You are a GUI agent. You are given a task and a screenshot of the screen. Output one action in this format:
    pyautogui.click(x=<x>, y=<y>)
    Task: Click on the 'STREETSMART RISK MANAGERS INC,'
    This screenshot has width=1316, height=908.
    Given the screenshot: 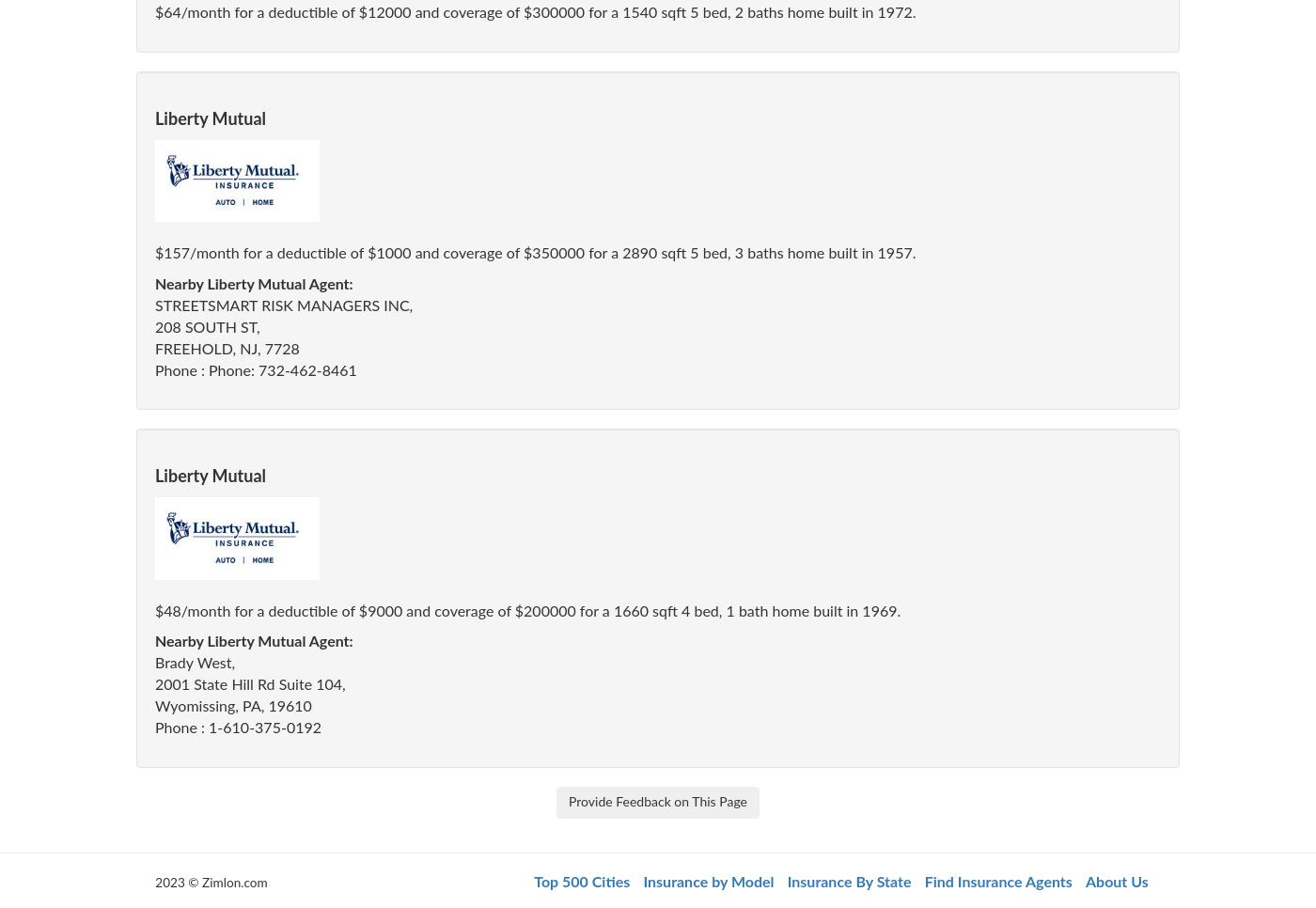 What is the action you would take?
    pyautogui.click(x=155, y=306)
    